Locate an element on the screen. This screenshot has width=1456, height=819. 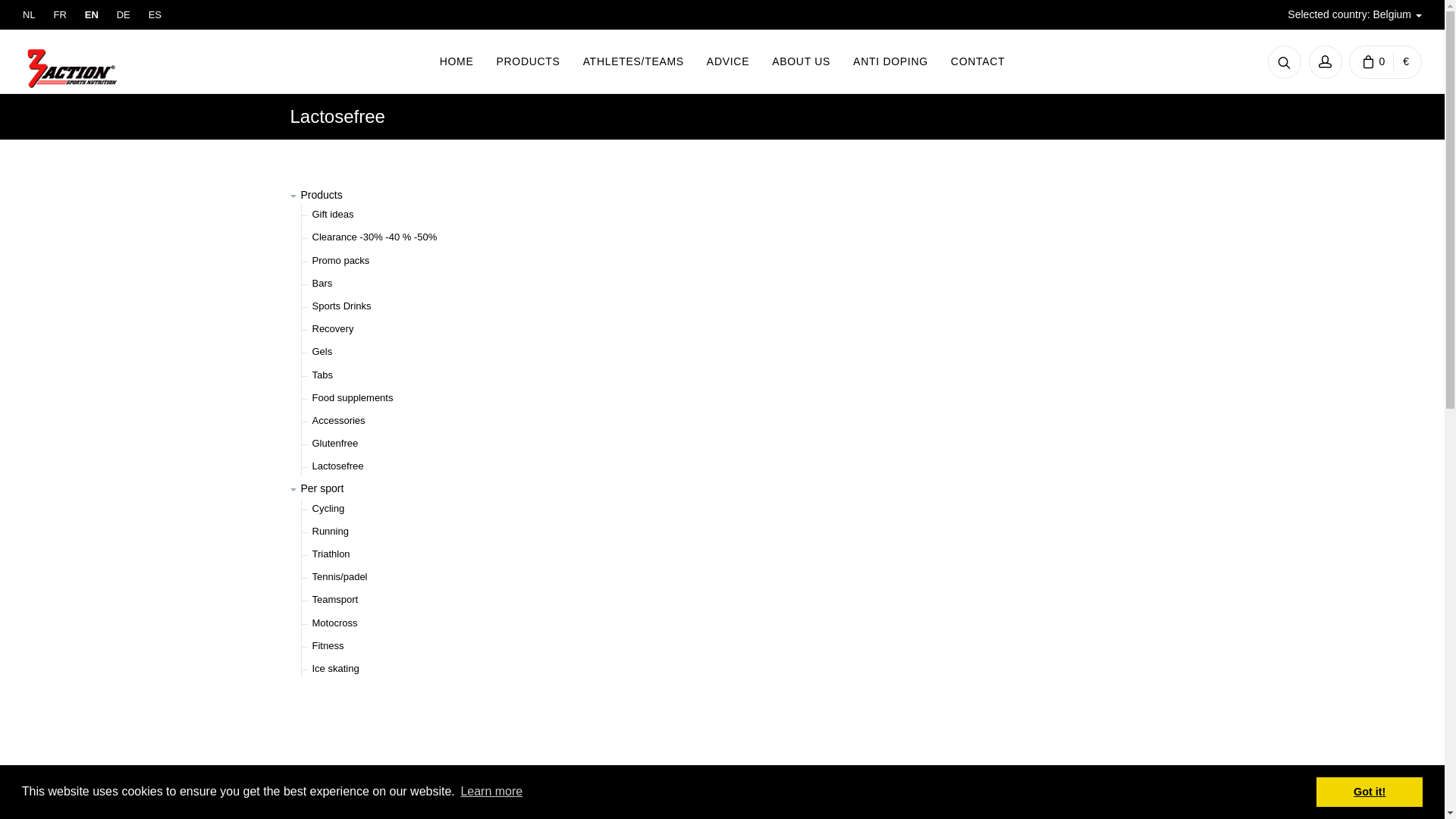
'ABOUT US' is located at coordinates (800, 61).